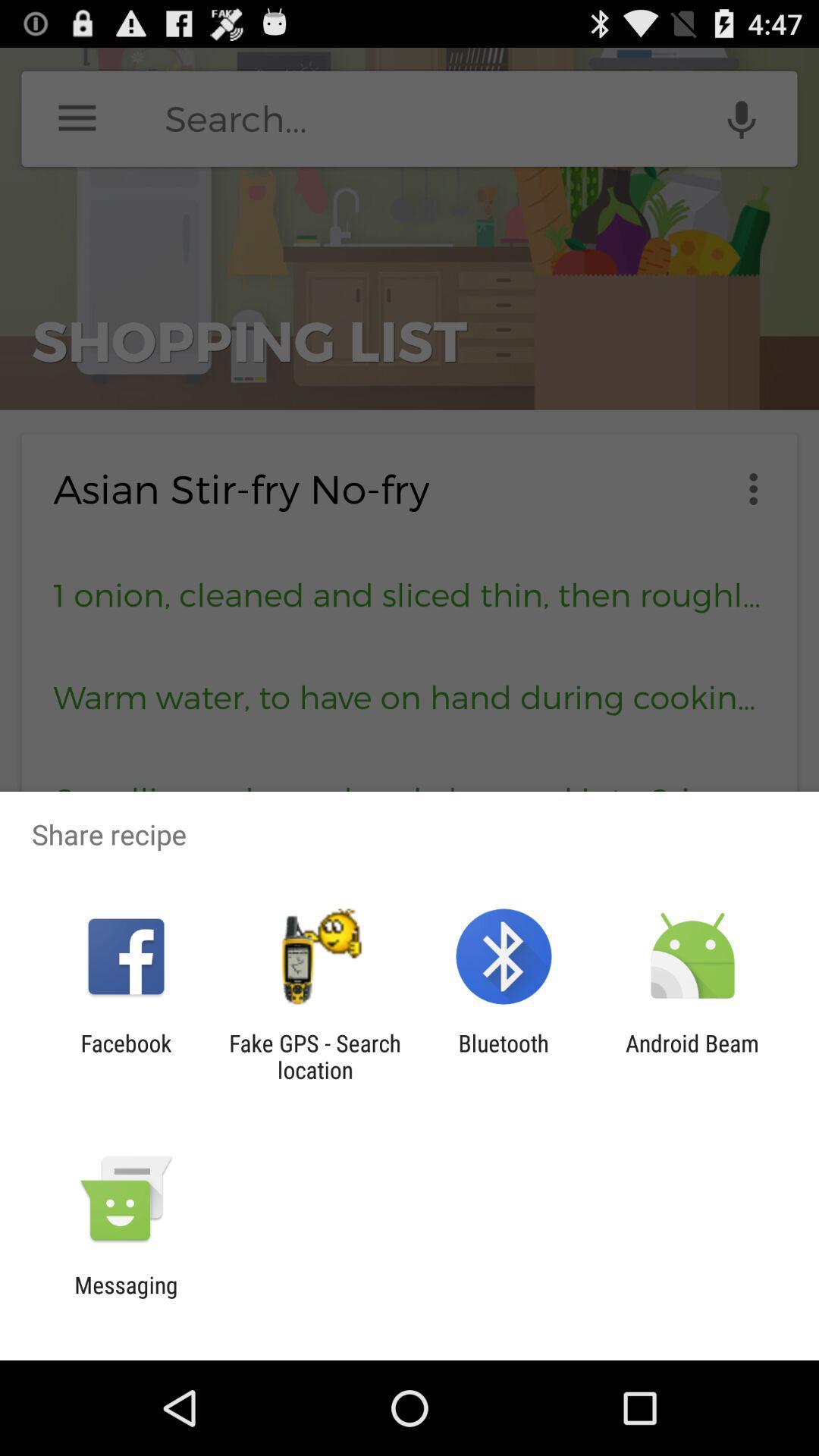 Image resolution: width=819 pixels, height=1456 pixels. Describe the element at coordinates (504, 1056) in the screenshot. I see `item next to android beam` at that location.